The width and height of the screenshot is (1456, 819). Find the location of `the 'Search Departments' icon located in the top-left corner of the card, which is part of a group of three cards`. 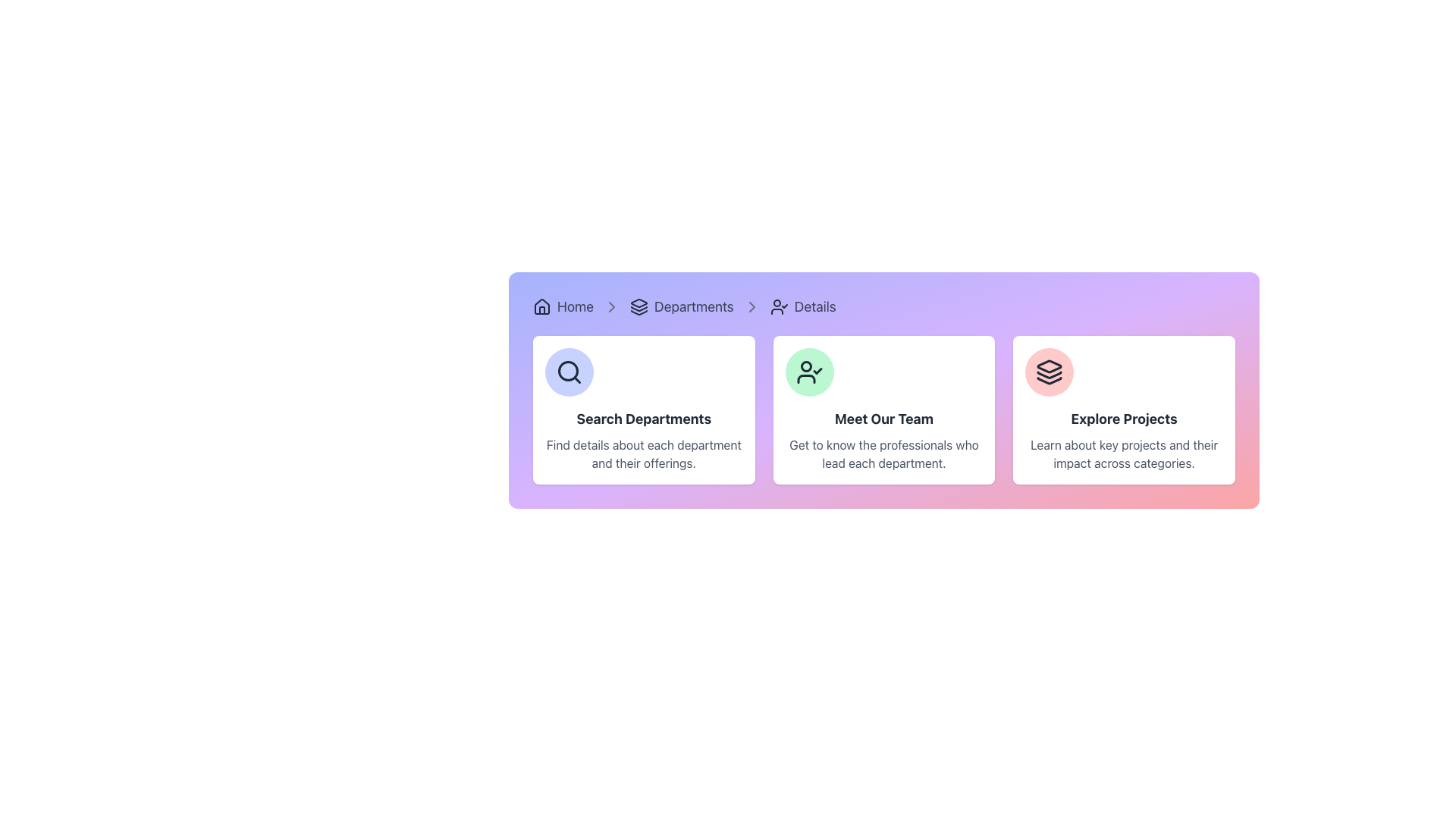

the 'Search Departments' icon located in the top-left corner of the card, which is part of a group of three cards is located at coordinates (568, 372).